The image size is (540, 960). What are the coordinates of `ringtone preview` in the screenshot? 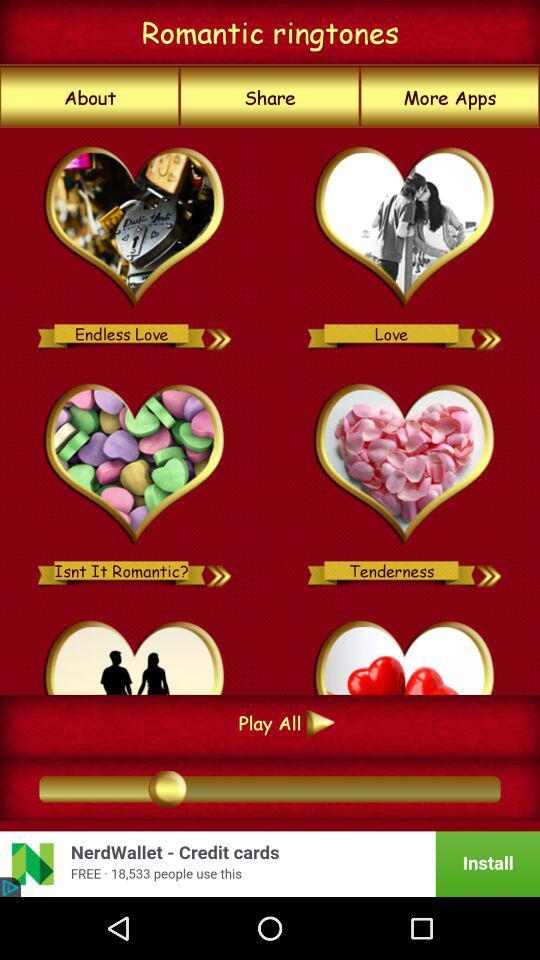 It's located at (219, 333).